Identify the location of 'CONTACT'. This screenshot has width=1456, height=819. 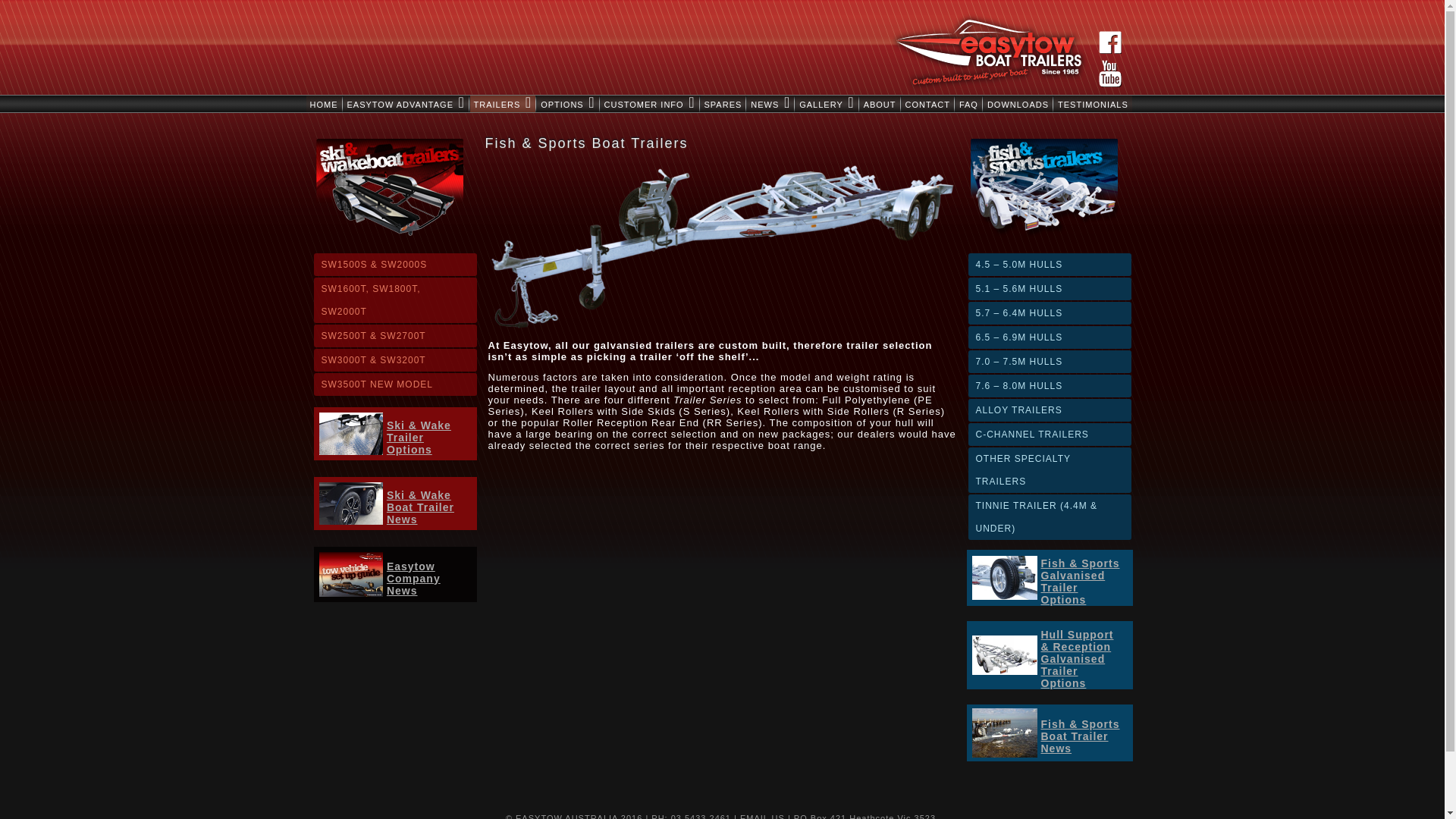
(927, 103).